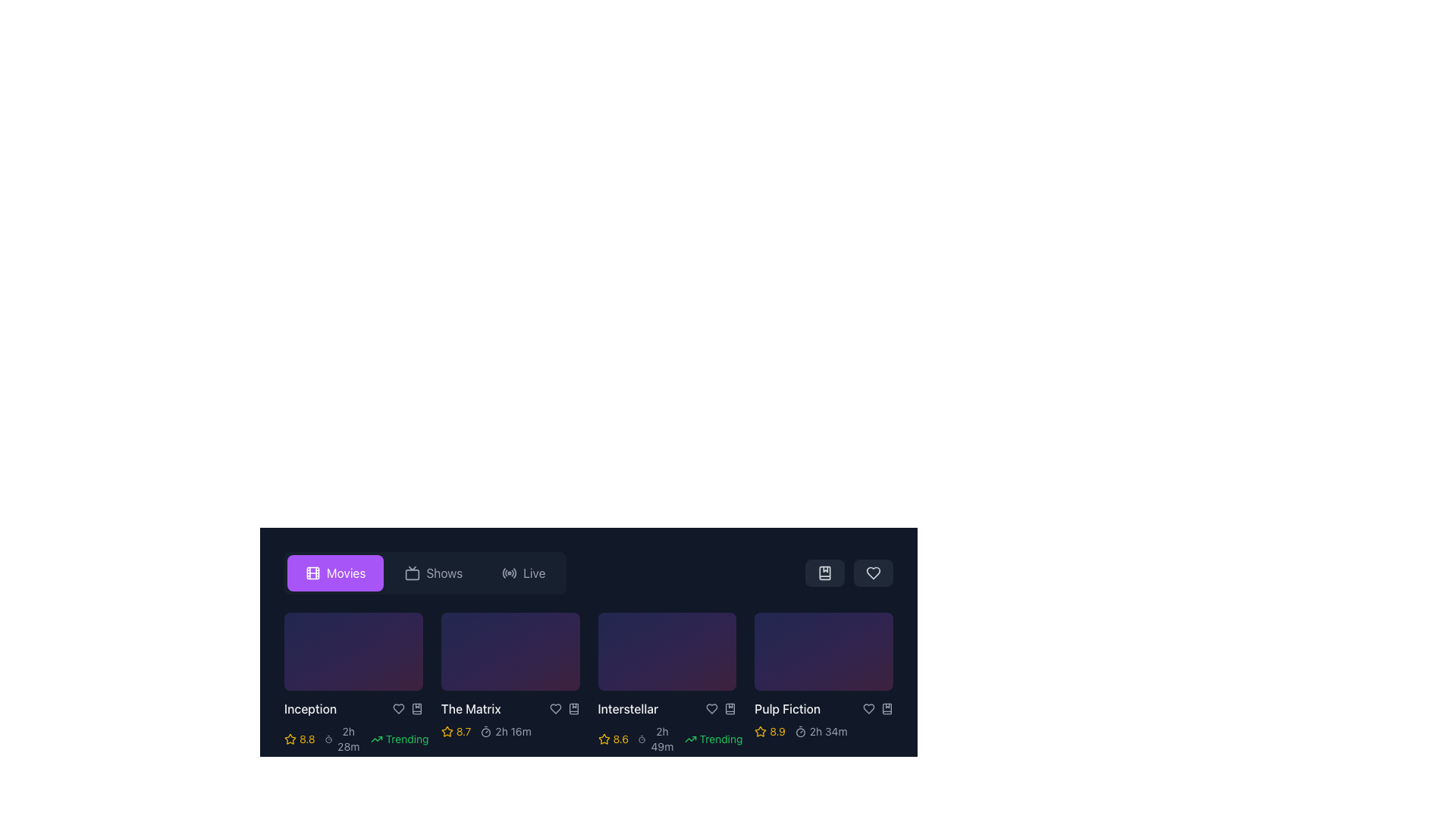 The width and height of the screenshot is (1456, 819). I want to click on the circular play button with a purple background and a play icon in the center, located at the bottom of the 'Inception' movie card, so click(353, 683).